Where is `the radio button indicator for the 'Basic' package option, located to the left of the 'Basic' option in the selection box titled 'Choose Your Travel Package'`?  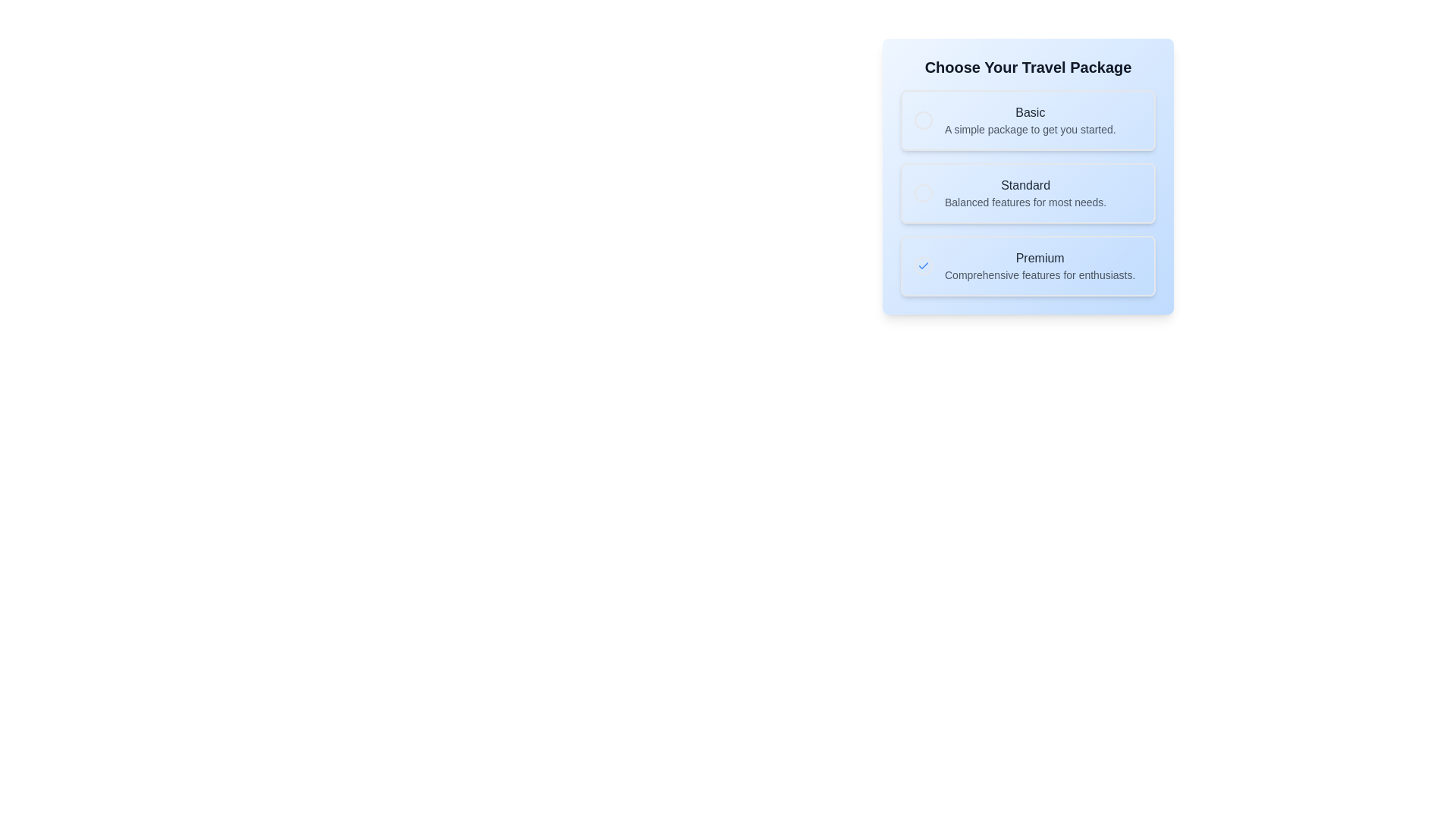
the radio button indicator for the 'Basic' package option, located to the left of the 'Basic' option in the selection box titled 'Choose Your Travel Package' is located at coordinates (923, 119).